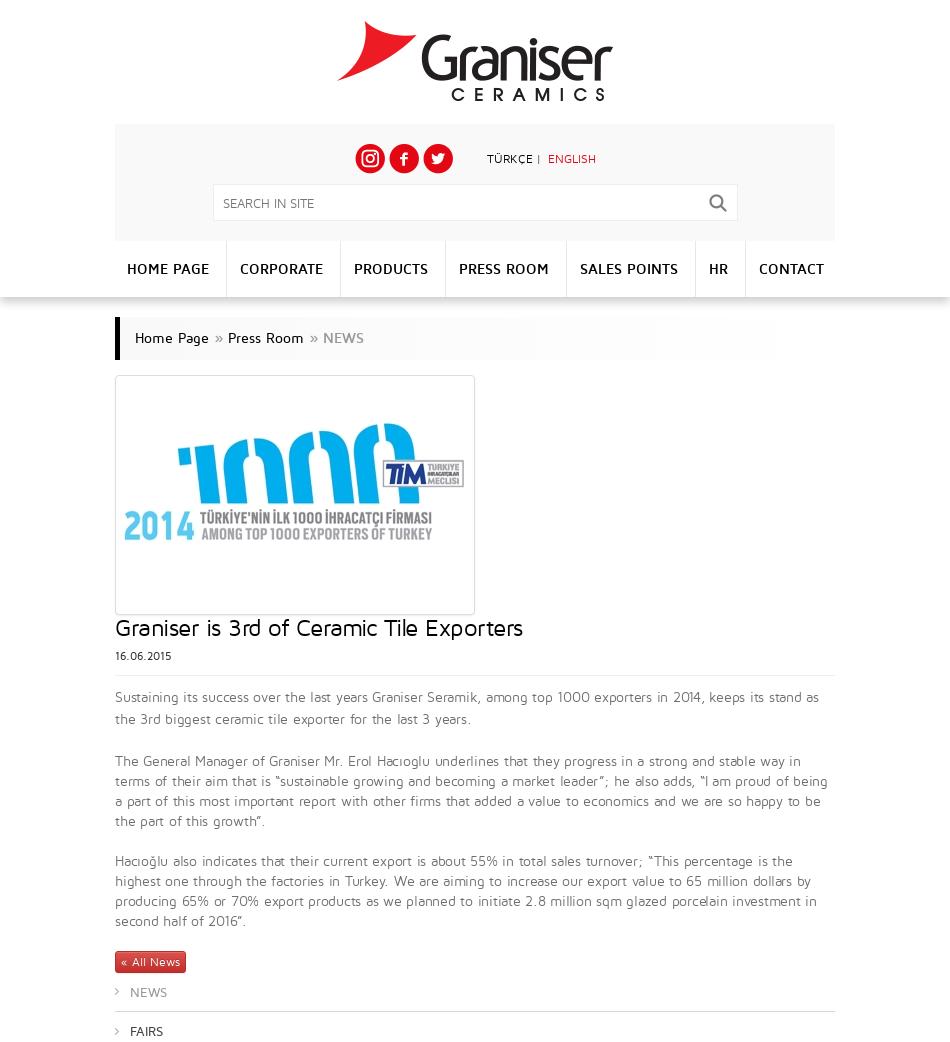  Describe the element at coordinates (115, 789) in the screenshot. I see `'The General Manager of Graniser Mr. Erol Hacıoglu underlines that they progress in a strong and stable way in terms of their aim that is “sustainable growing and becoming a market leader”; he also adds, “I am proud of being a part of this most important report with other firms that added a value to economics and we are so happy to be the part of this growth”.'` at that location.